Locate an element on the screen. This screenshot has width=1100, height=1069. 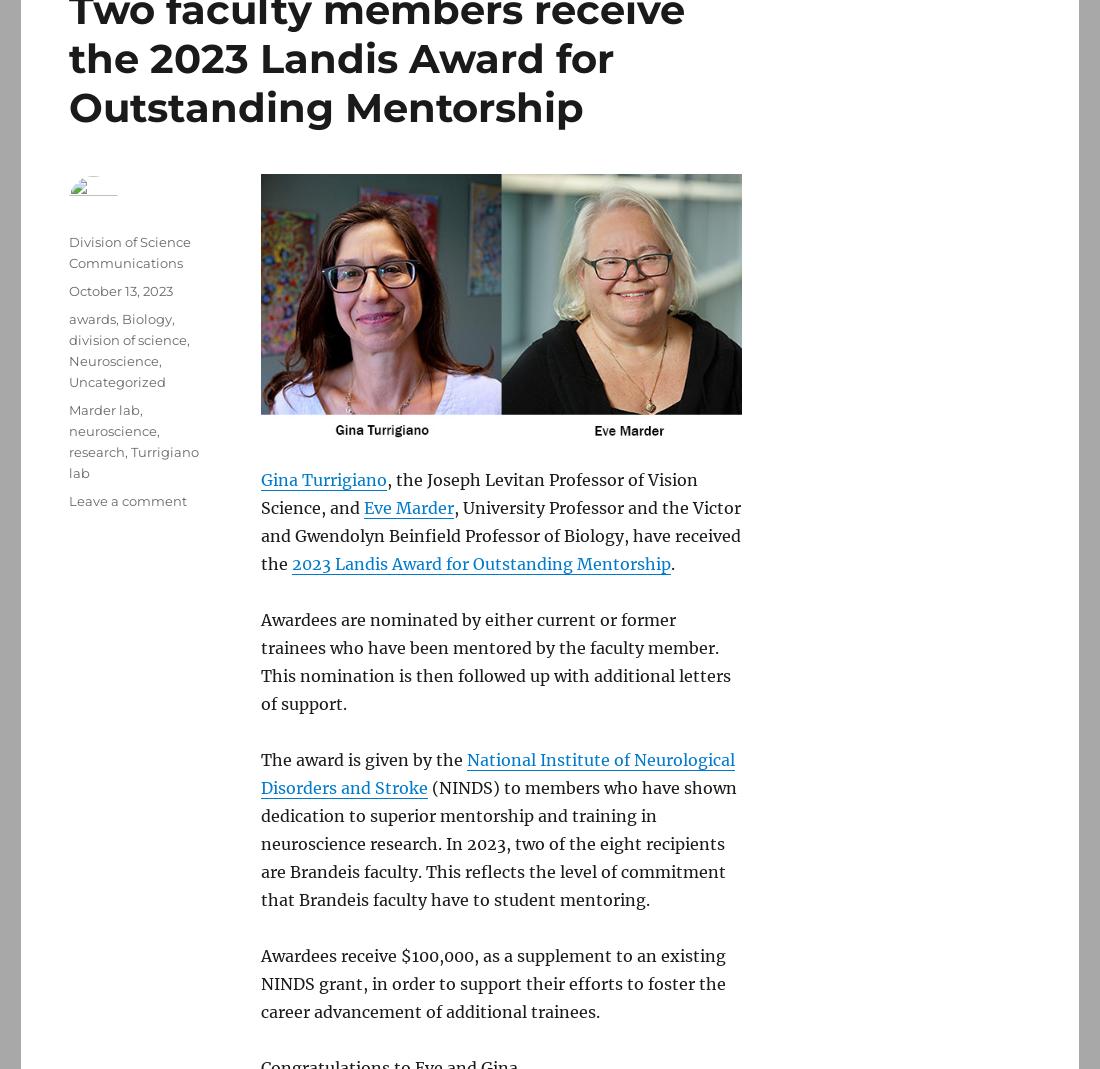
'Awardees are nominated by either current or former trainees who have been mentored by the faculty member. This nomination is then followed up with additional letters of support.' is located at coordinates (495, 661).